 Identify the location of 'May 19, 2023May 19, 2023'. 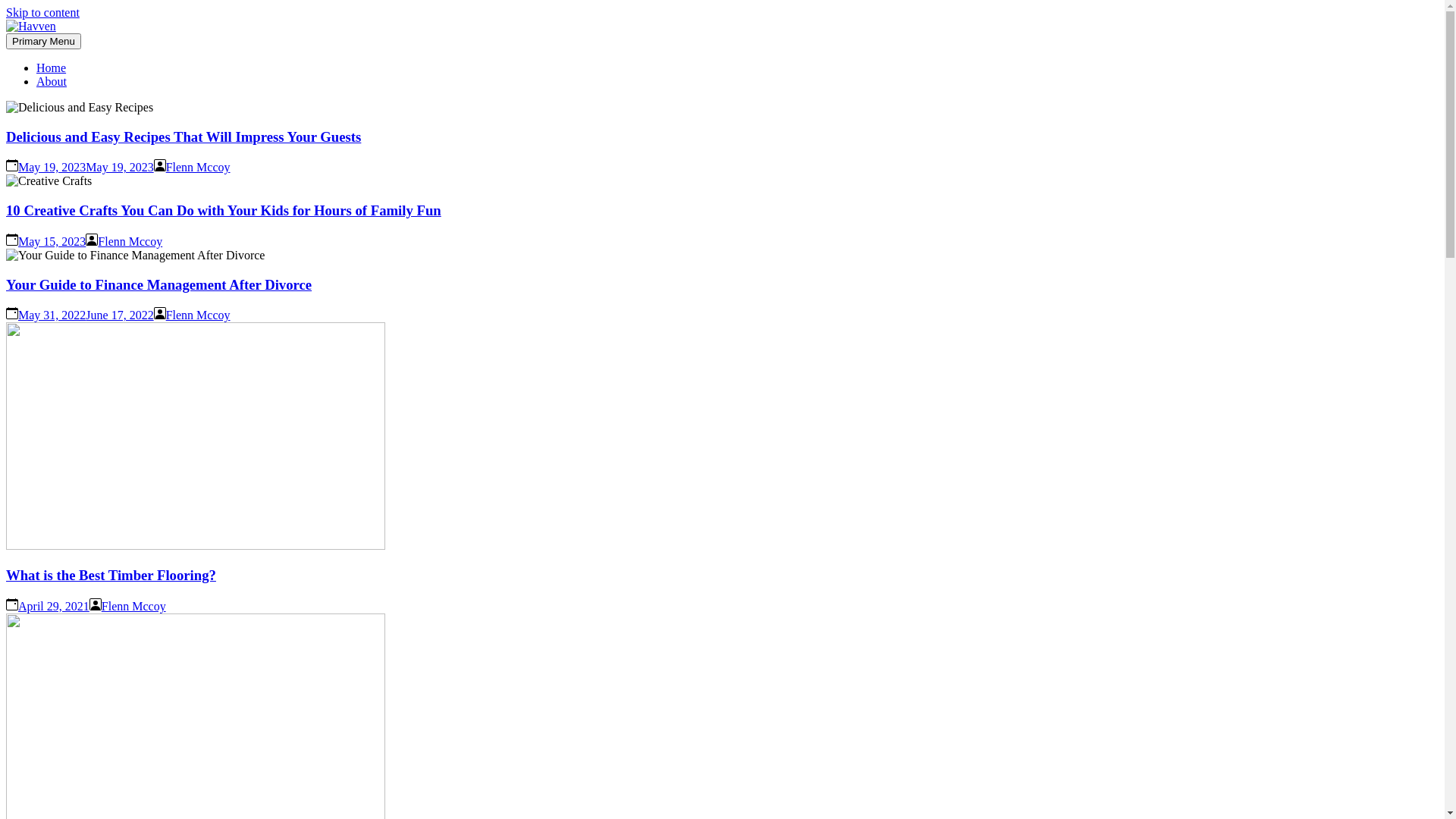
(18, 167).